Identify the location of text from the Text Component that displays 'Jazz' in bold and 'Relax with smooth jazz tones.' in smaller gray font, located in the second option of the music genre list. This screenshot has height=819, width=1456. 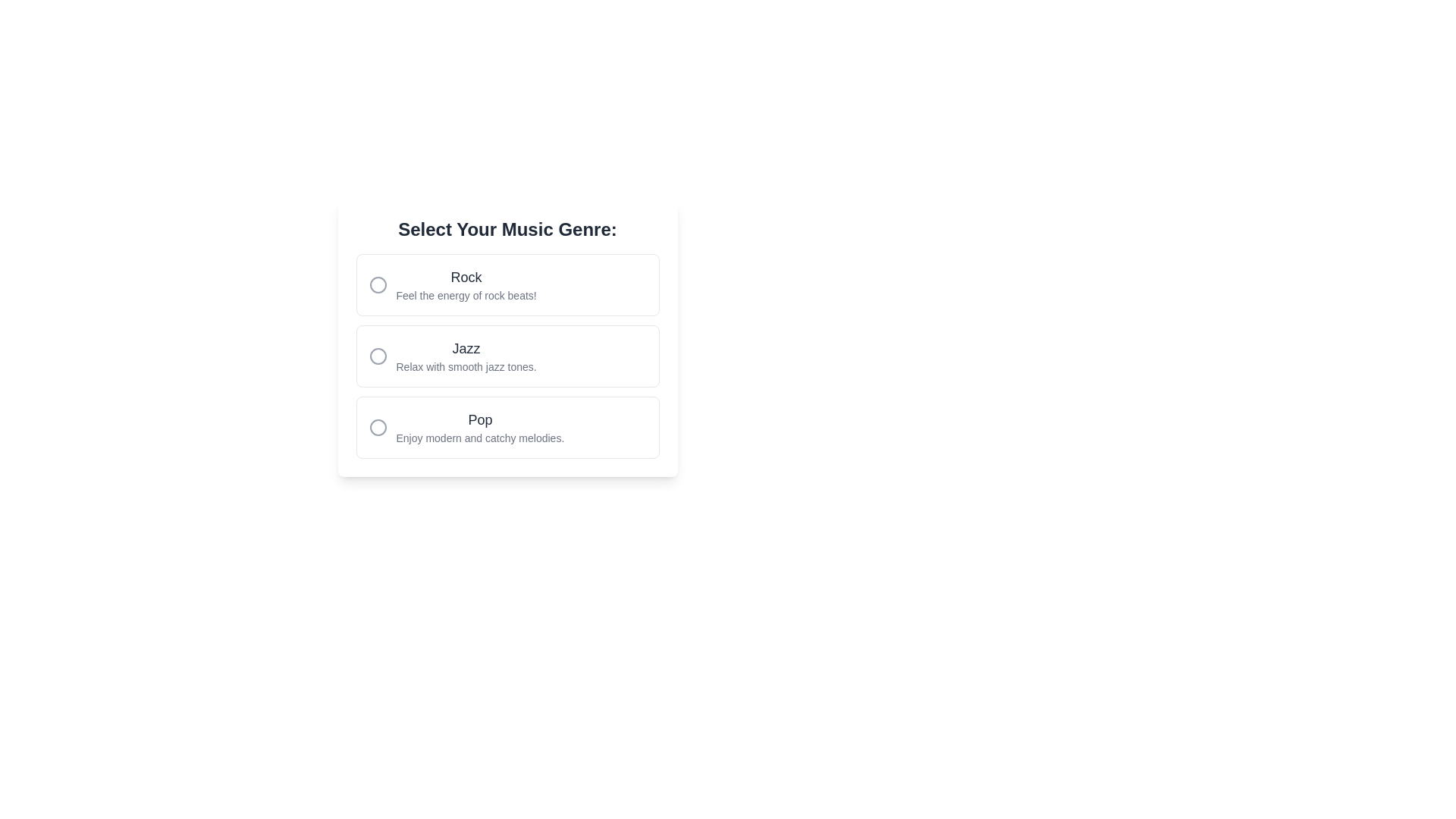
(466, 356).